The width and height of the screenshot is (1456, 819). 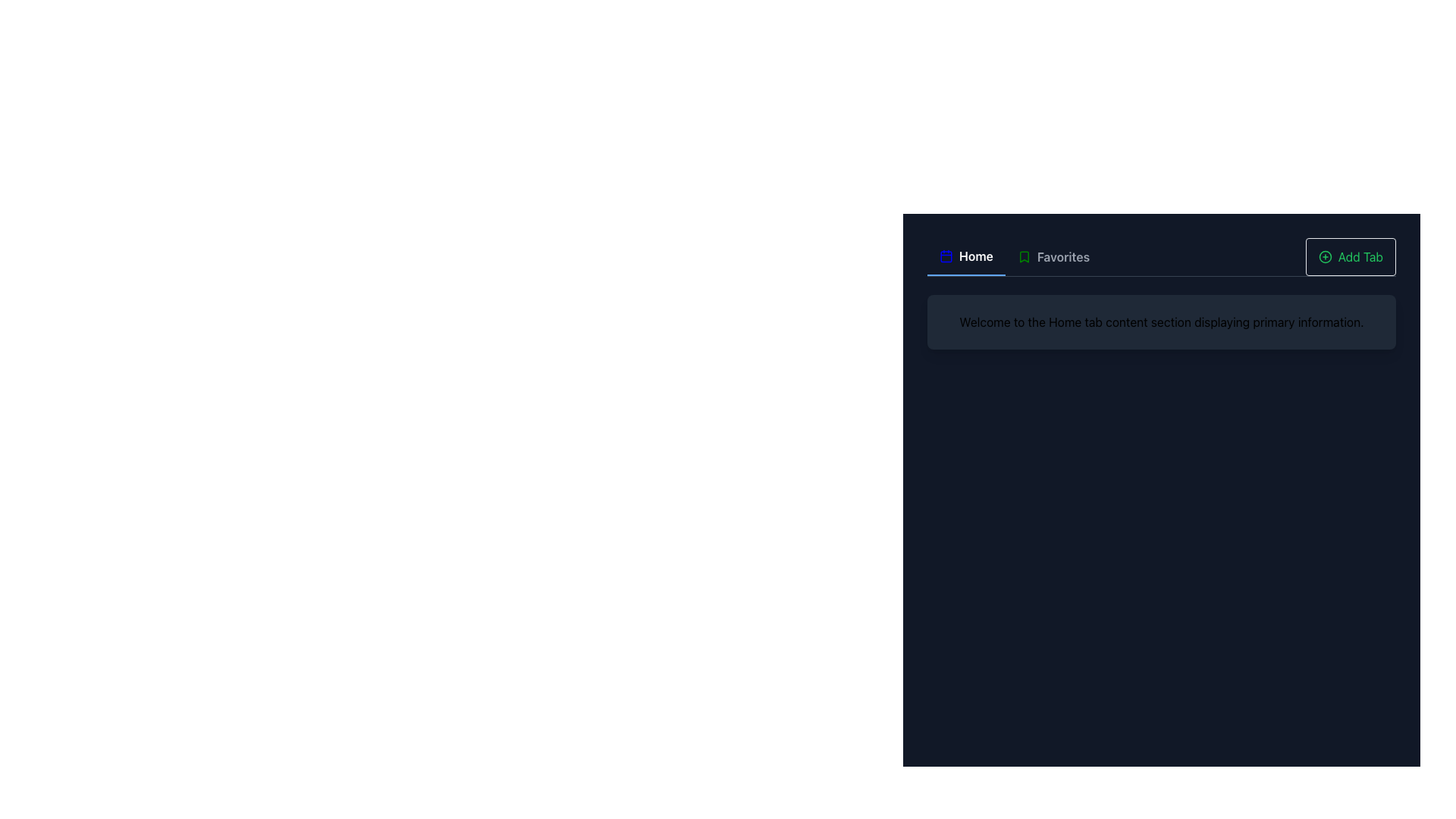 I want to click on the 'Home' button with a calendar icon, which is the leftmost button in the top navigation bar, so click(x=965, y=256).